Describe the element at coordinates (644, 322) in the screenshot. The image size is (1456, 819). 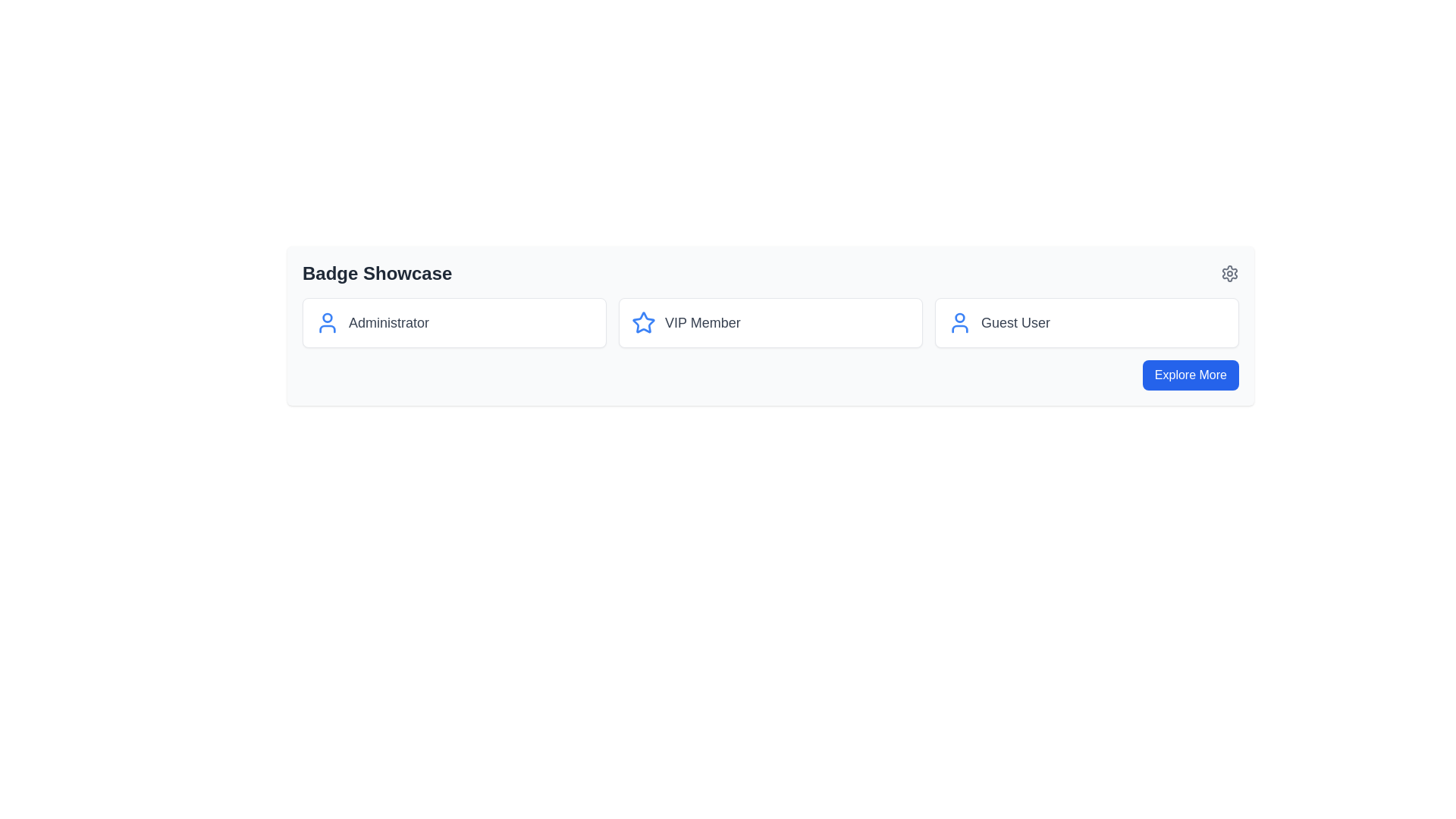
I see `the decorative icon representing exclusivity and importance located in the center of the 'VIP Member' card, which is the second card from the left, positioned between 'Administrator' and 'Guest User'` at that location.